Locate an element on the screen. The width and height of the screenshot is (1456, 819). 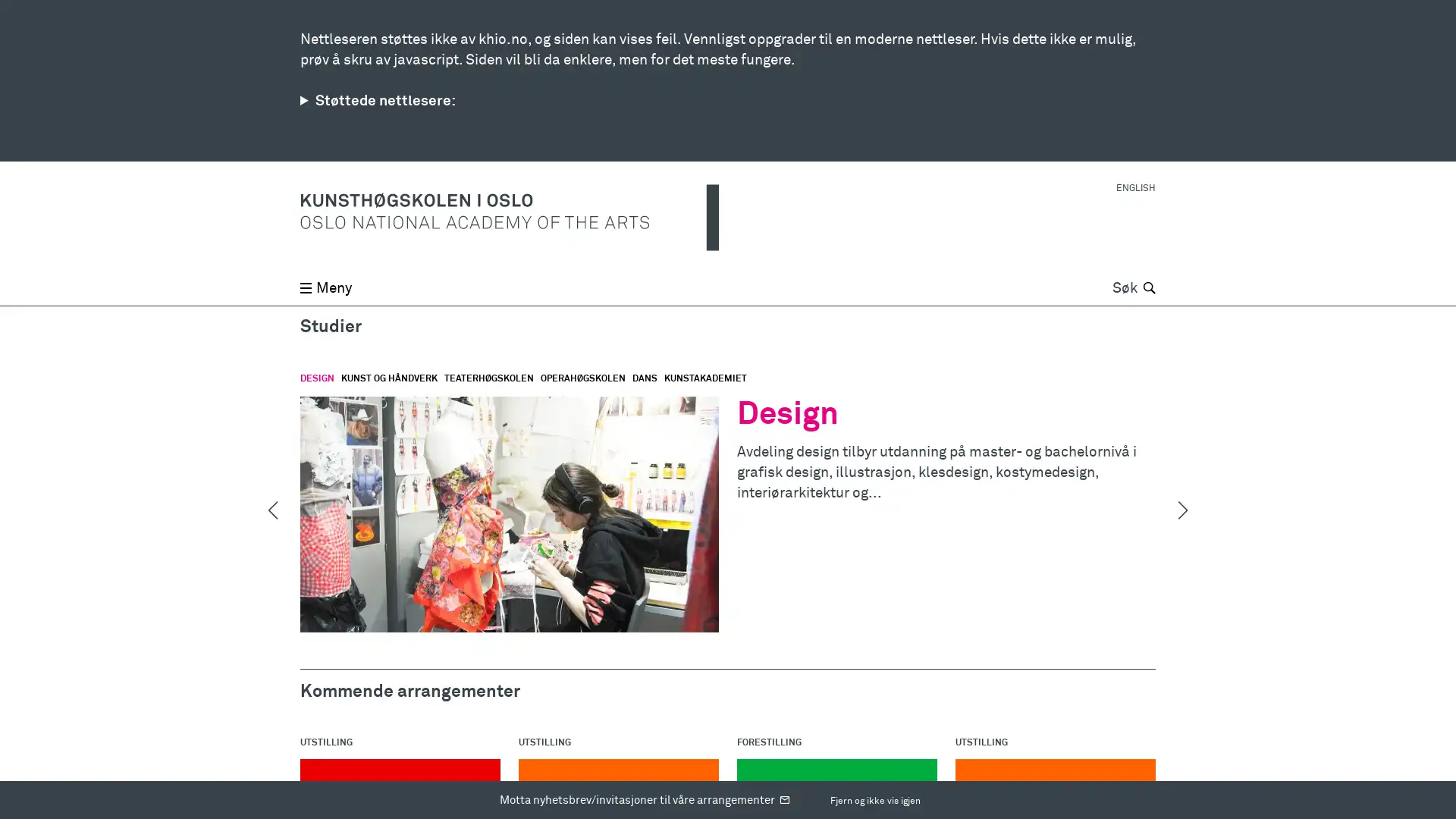
TEATERHGSKOLEN is located at coordinates (488, 379).